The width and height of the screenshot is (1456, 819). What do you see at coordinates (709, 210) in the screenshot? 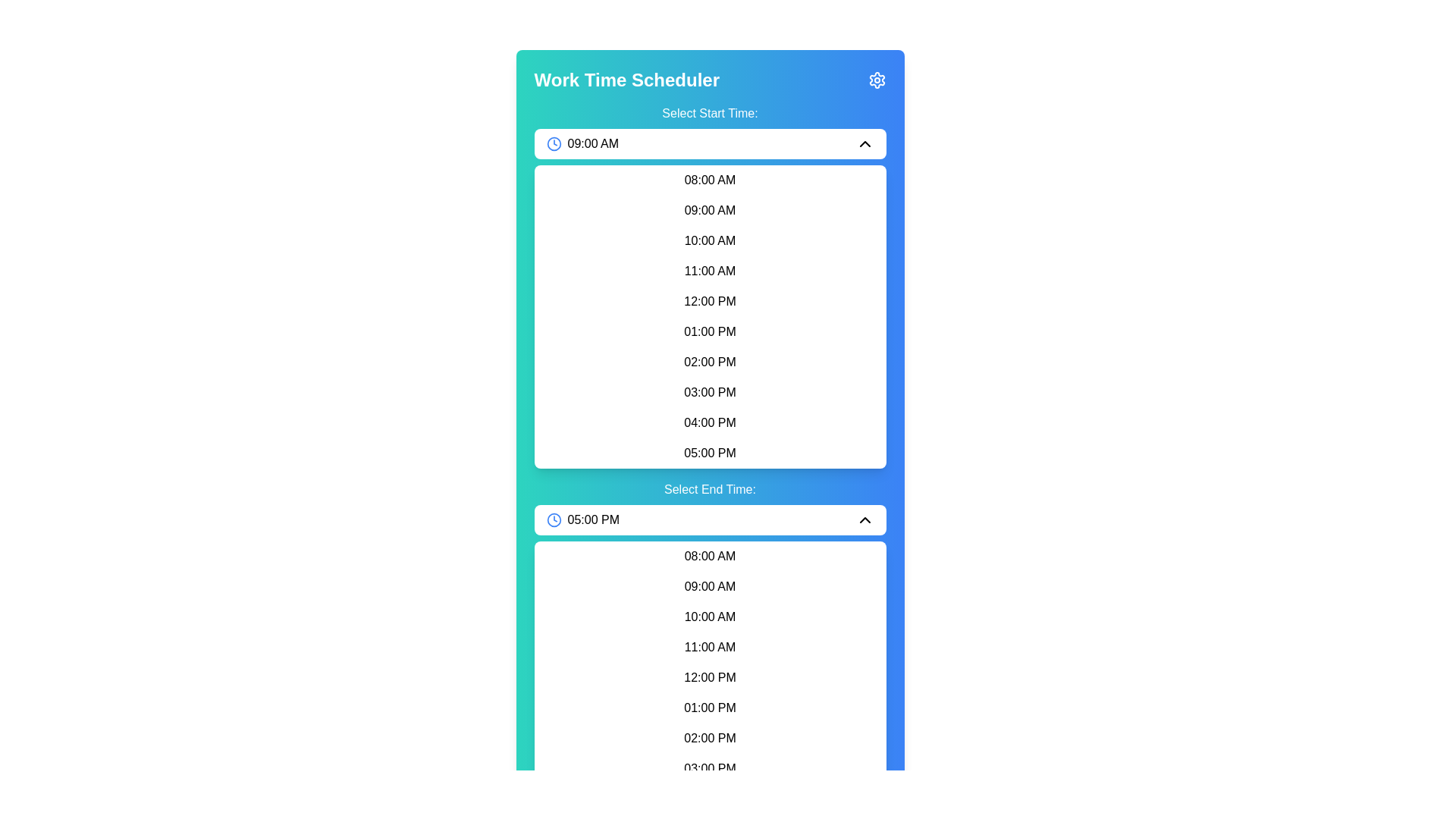
I see `to select the '09:00 AM' text option in the dropdown menu, which is the second item in a list of time options` at bounding box center [709, 210].